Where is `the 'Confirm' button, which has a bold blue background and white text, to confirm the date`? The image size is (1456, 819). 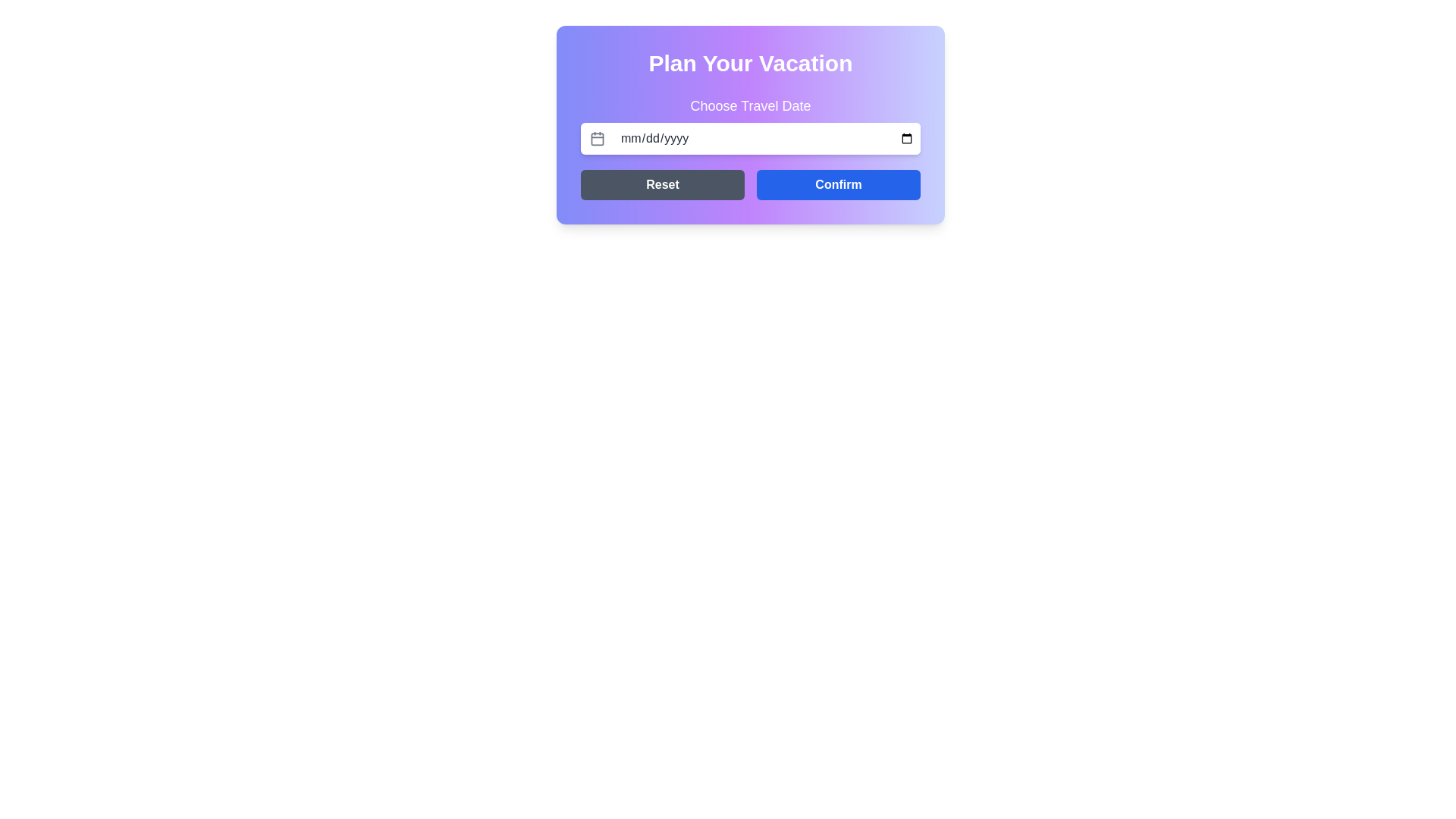 the 'Confirm' button, which has a bold blue background and white text, to confirm the date is located at coordinates (837, 184).